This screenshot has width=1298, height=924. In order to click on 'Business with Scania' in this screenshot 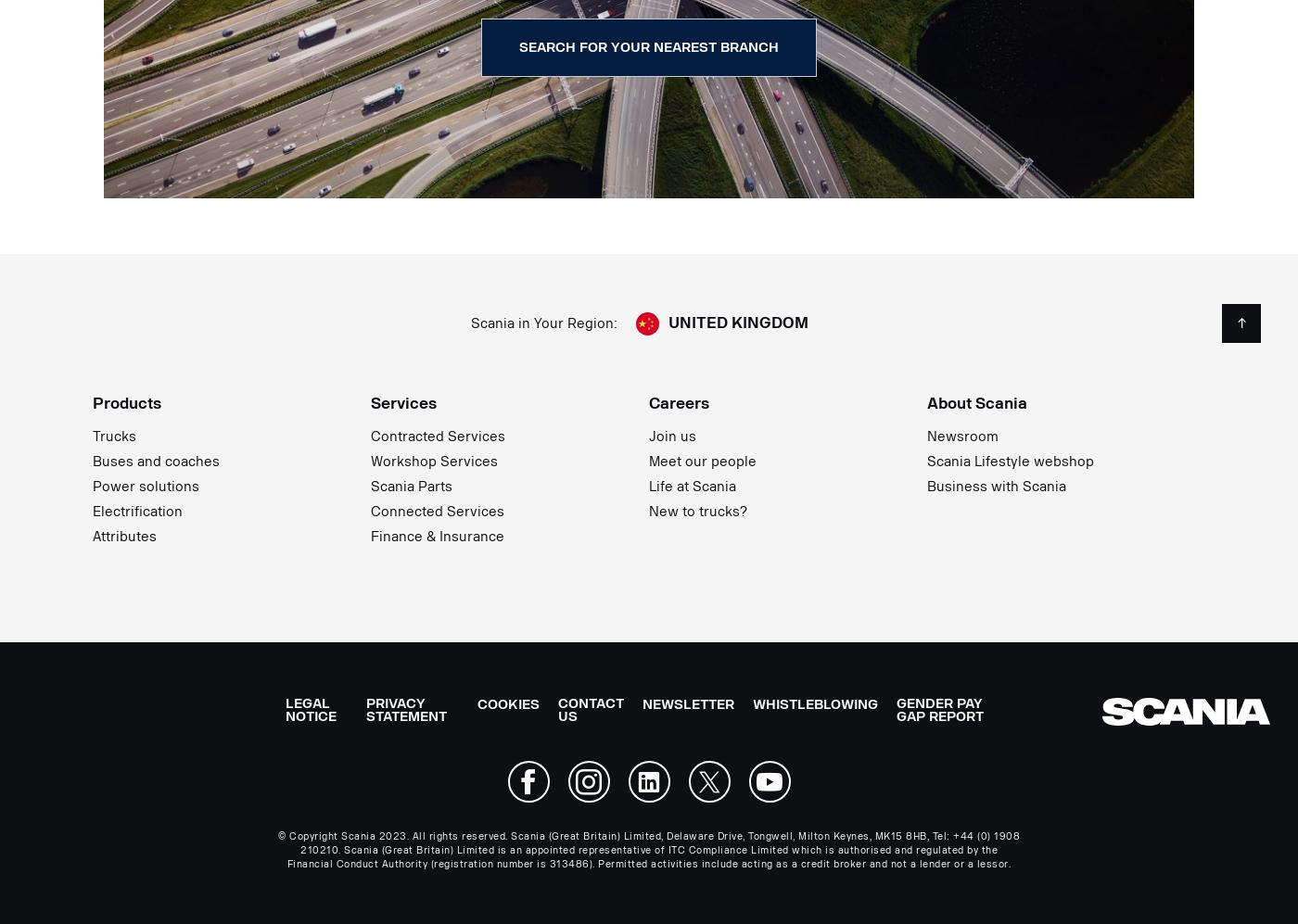, I will do `click(997, 486)`.